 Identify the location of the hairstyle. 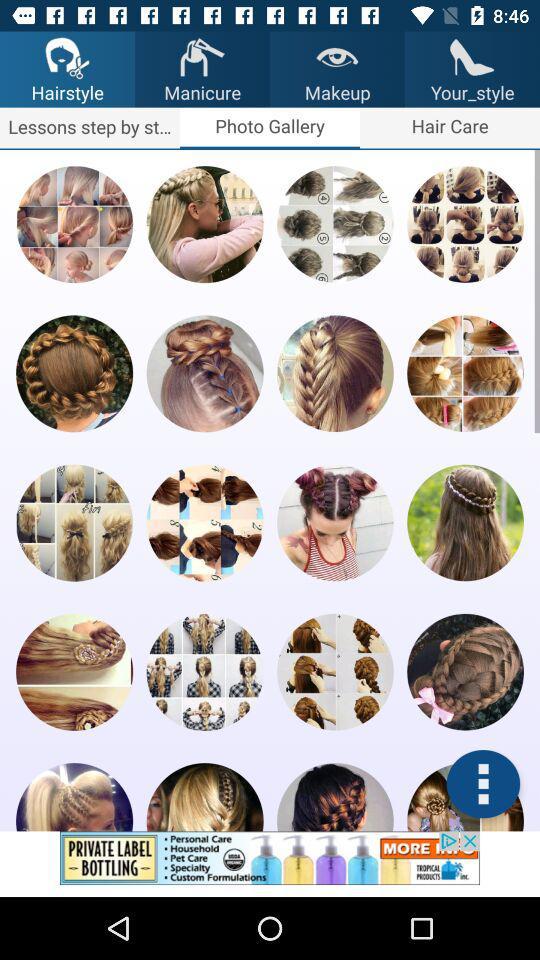
(335, 521).